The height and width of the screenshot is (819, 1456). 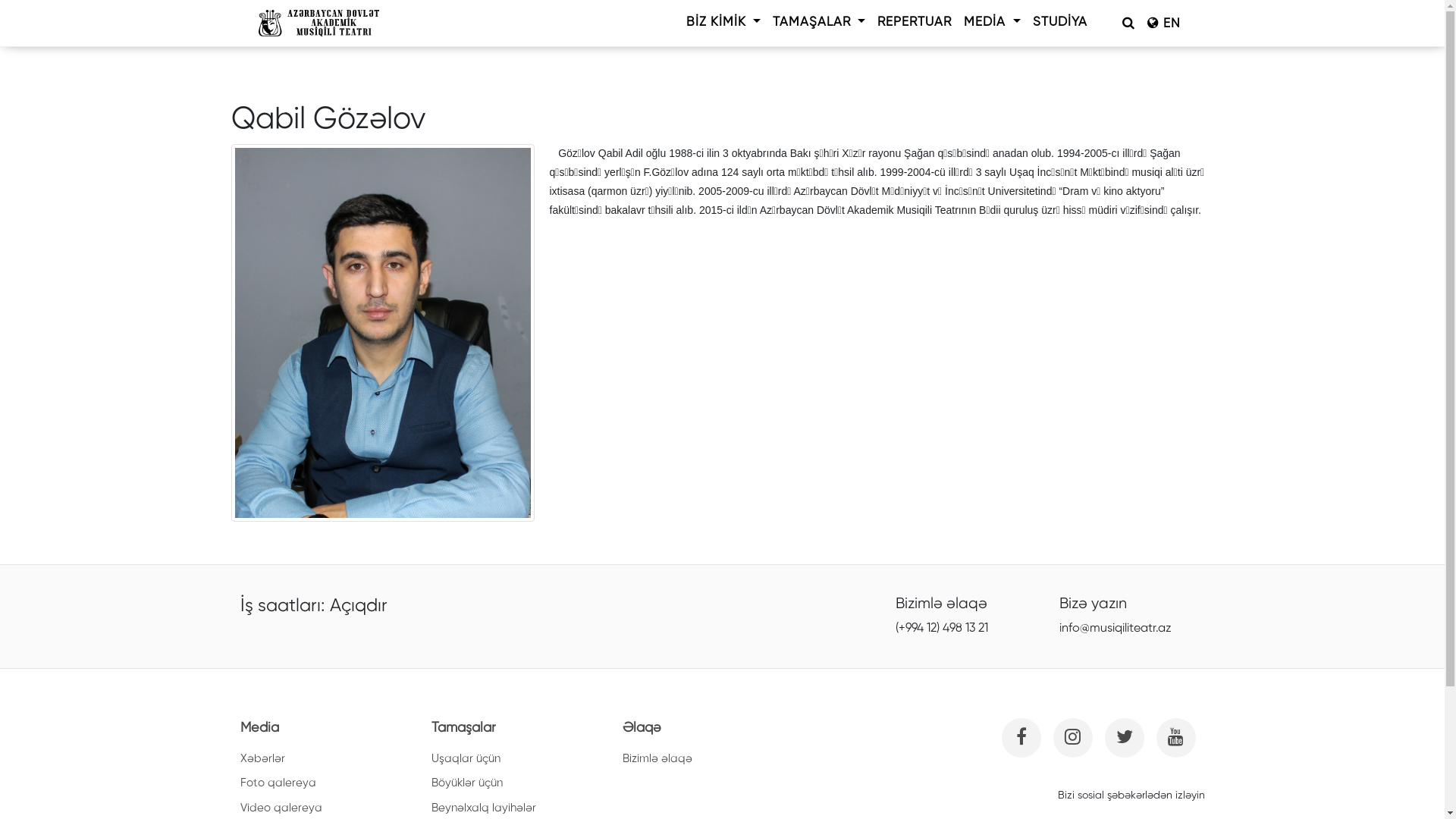 What do you see at coordinates (277, 783) in the screenshot?
I see `'Foto qalereya'` at bounding box center [277, 783].